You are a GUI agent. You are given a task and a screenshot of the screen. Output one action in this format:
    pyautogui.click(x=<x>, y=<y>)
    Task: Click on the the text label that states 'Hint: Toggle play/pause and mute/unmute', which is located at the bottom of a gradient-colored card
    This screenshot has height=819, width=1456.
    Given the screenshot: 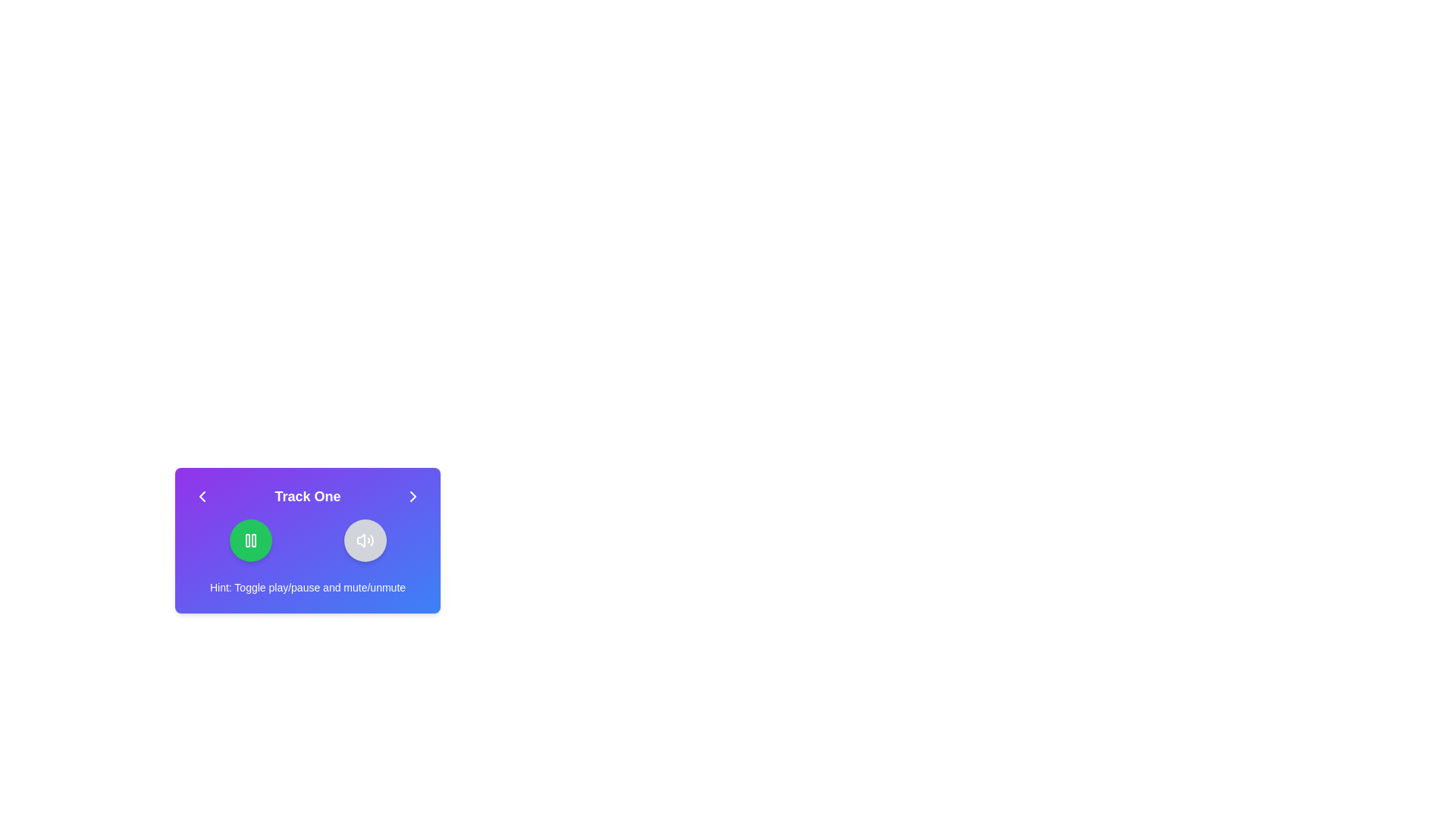 What is the action you would take?
    pyautogui.click(x=307, y=587)
    